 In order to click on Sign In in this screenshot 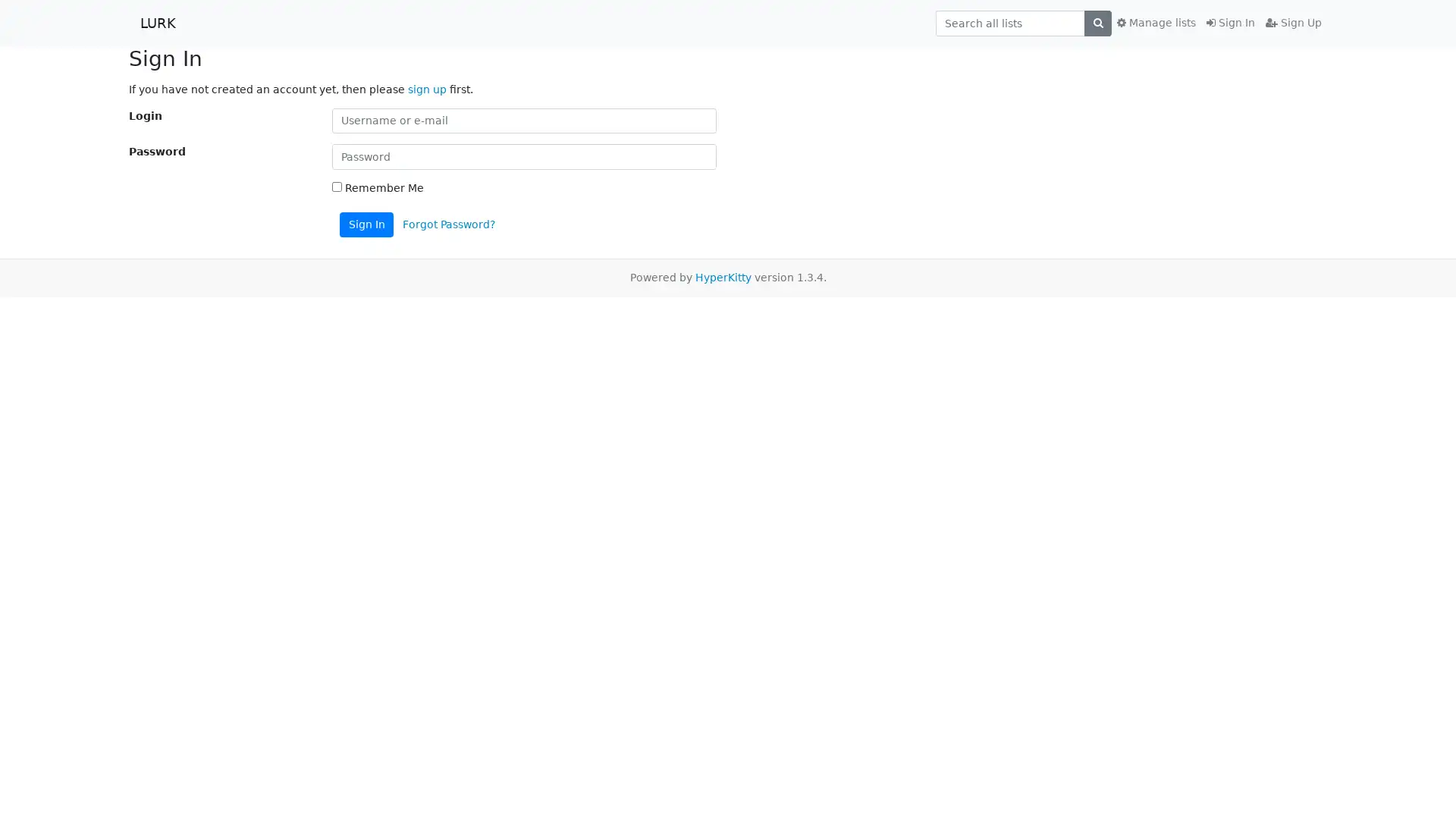, I will do `click(366, 224)`.